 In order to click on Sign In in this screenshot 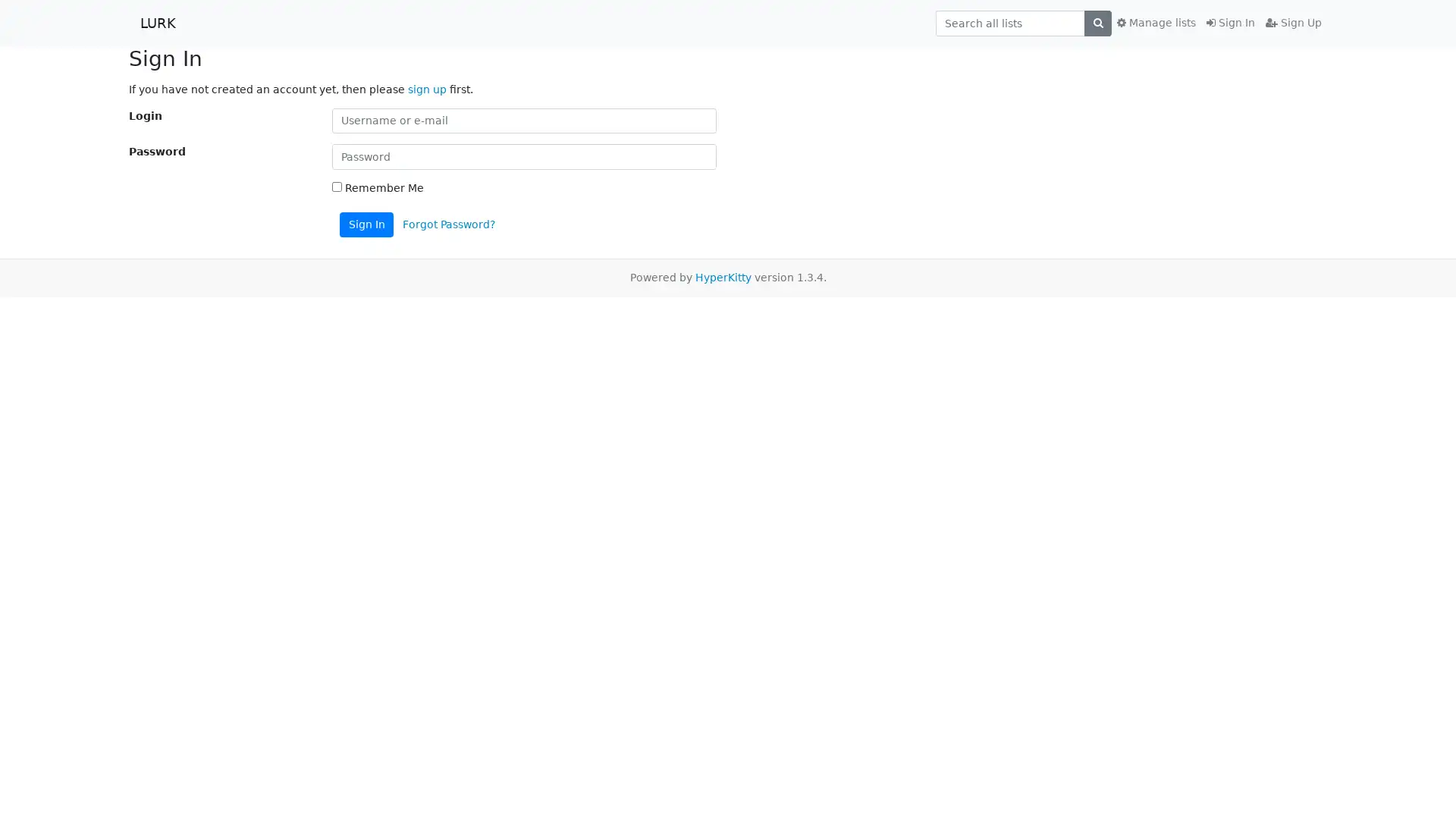, I will do `click(366, 224)`.